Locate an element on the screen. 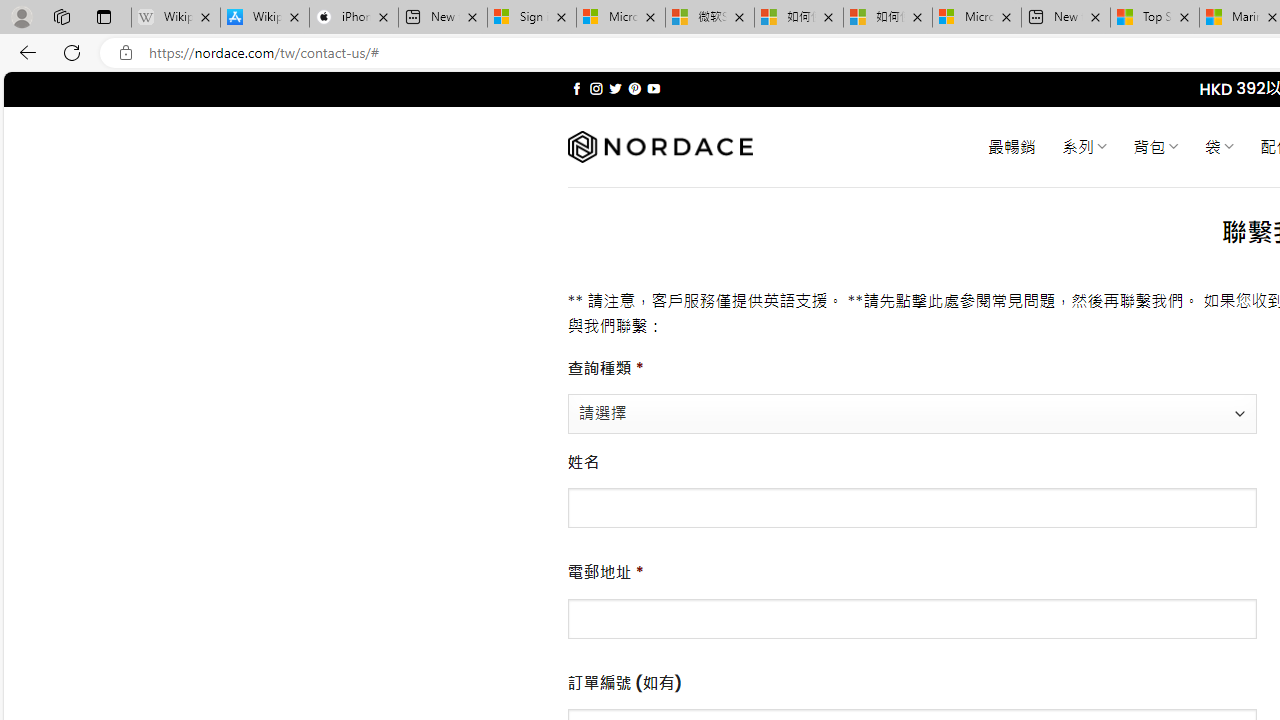 This screenshot has height=720, width=1280. 'Follow on Pinterest' is located at coordinates (633, 88).